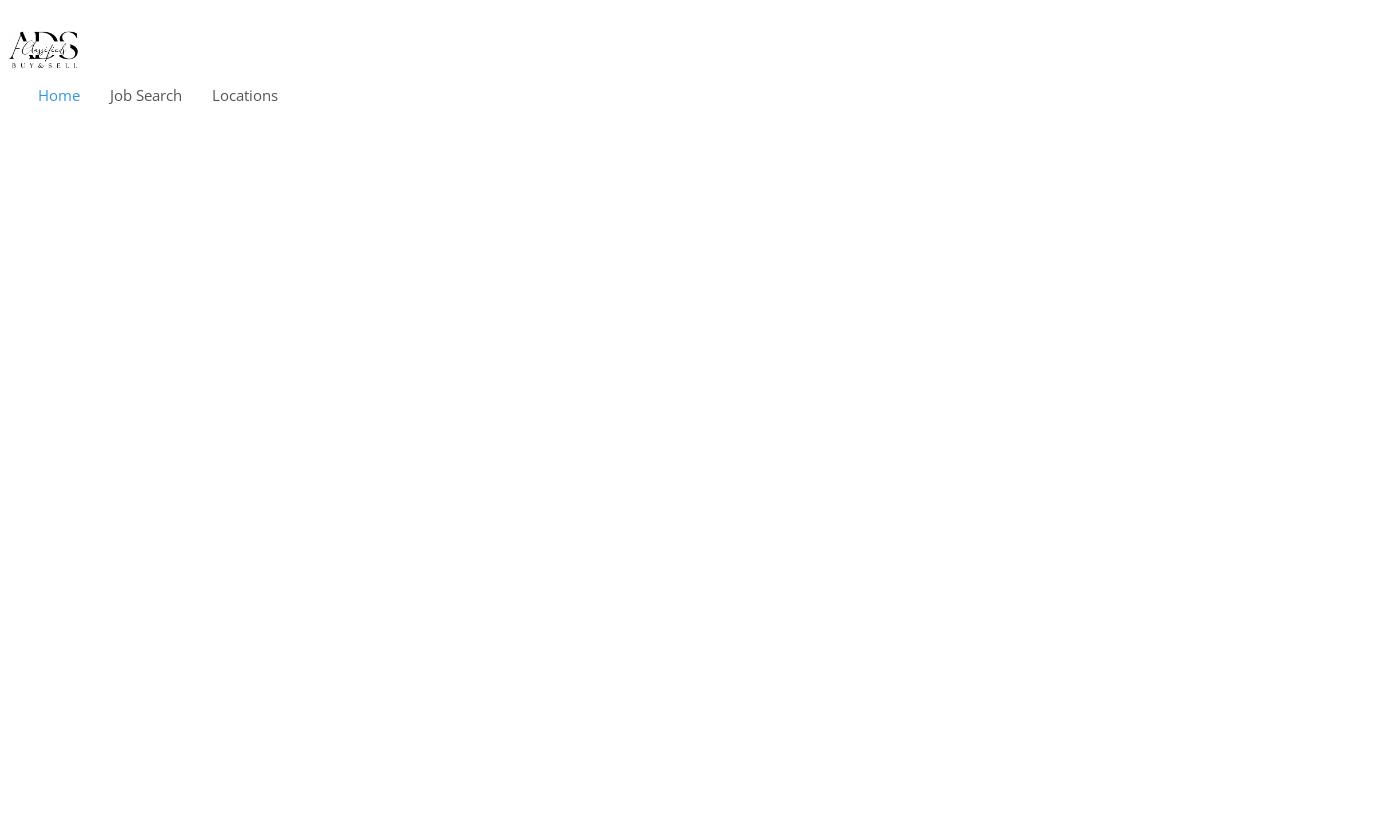 Image resolution: width=1400 pixels, height=840 pixels. I want to click on 'Germany', so click(262, 369).